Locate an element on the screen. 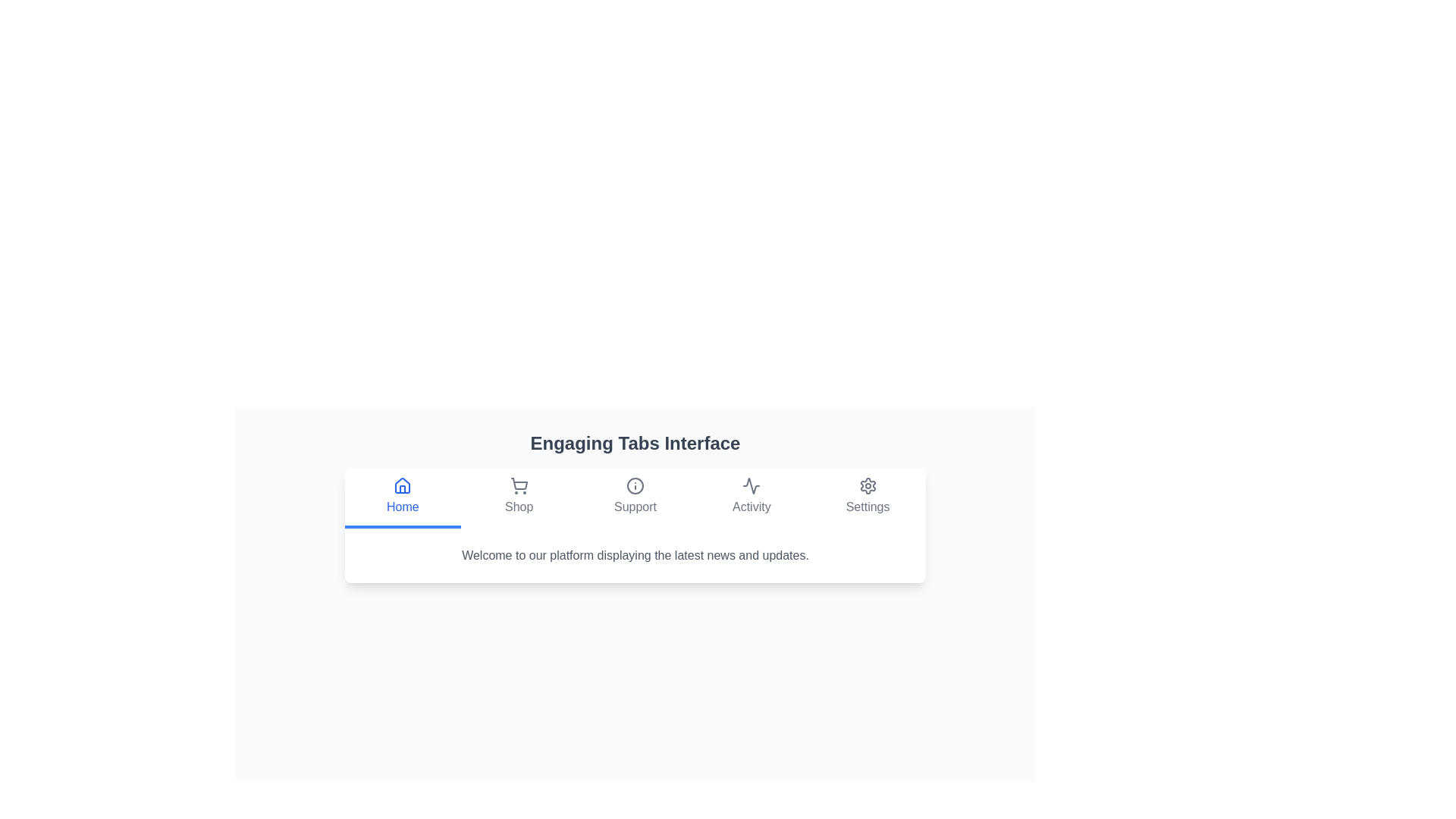 This screenshot has height=819, width=1456. the Navigation tab located in the horizontal navigation bar is located at coordinates (519, 497).